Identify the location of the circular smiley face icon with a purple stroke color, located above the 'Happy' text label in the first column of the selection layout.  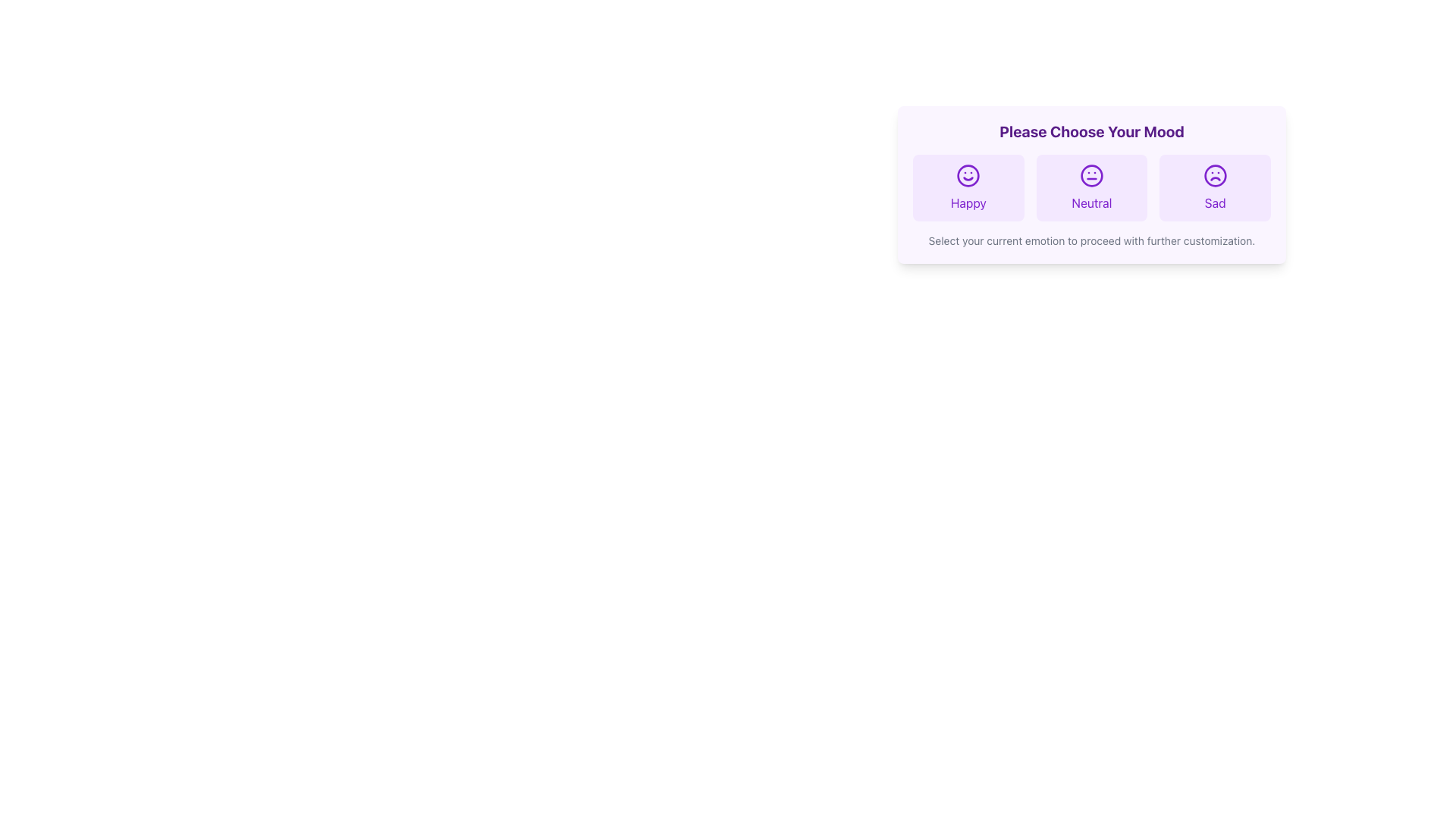
(968, 174).